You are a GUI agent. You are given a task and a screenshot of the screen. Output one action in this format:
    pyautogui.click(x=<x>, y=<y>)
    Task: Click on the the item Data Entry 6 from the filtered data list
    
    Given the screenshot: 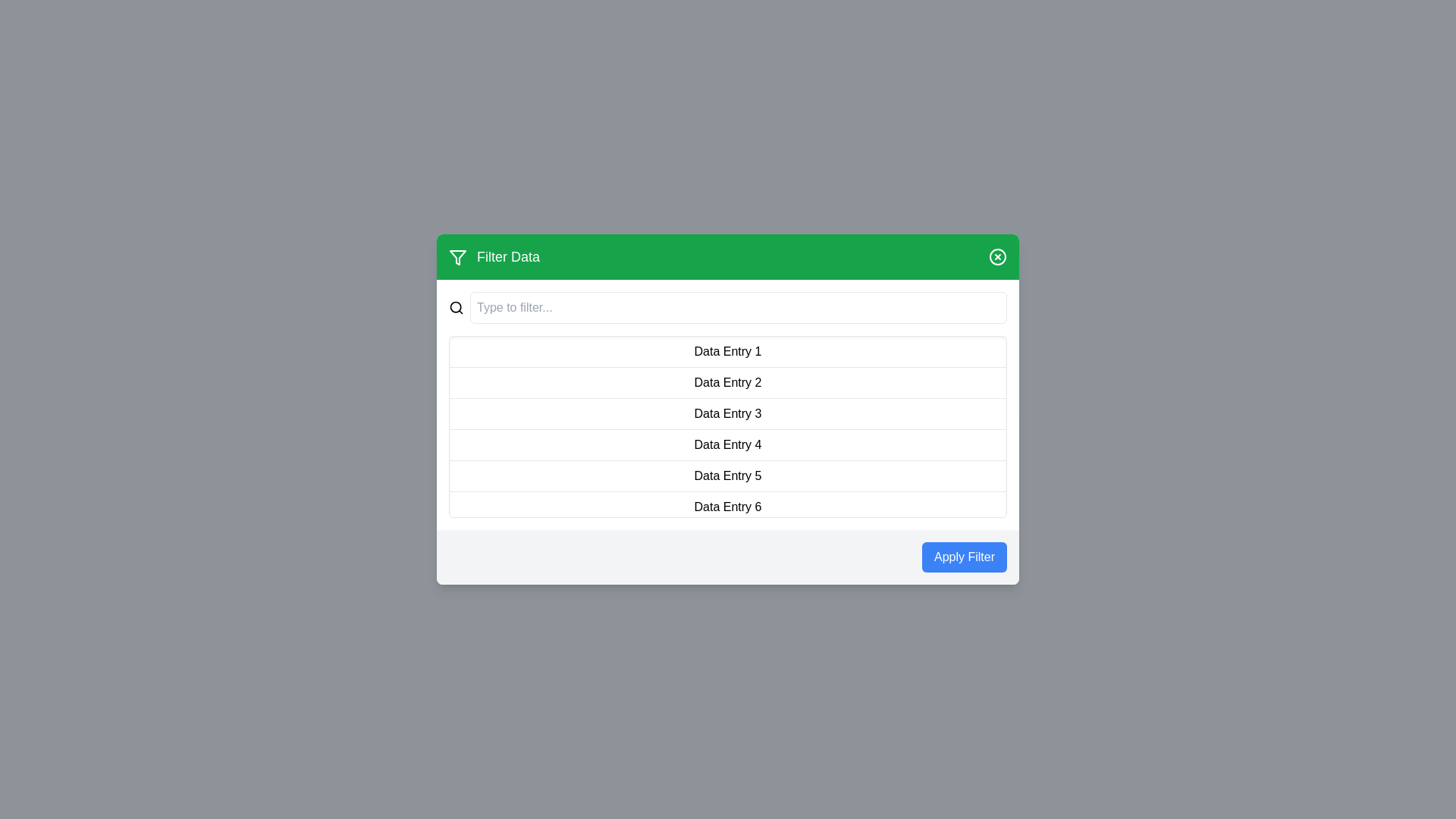 What is the action you would take?
    pyautogui.click(x=728, y=507)
    